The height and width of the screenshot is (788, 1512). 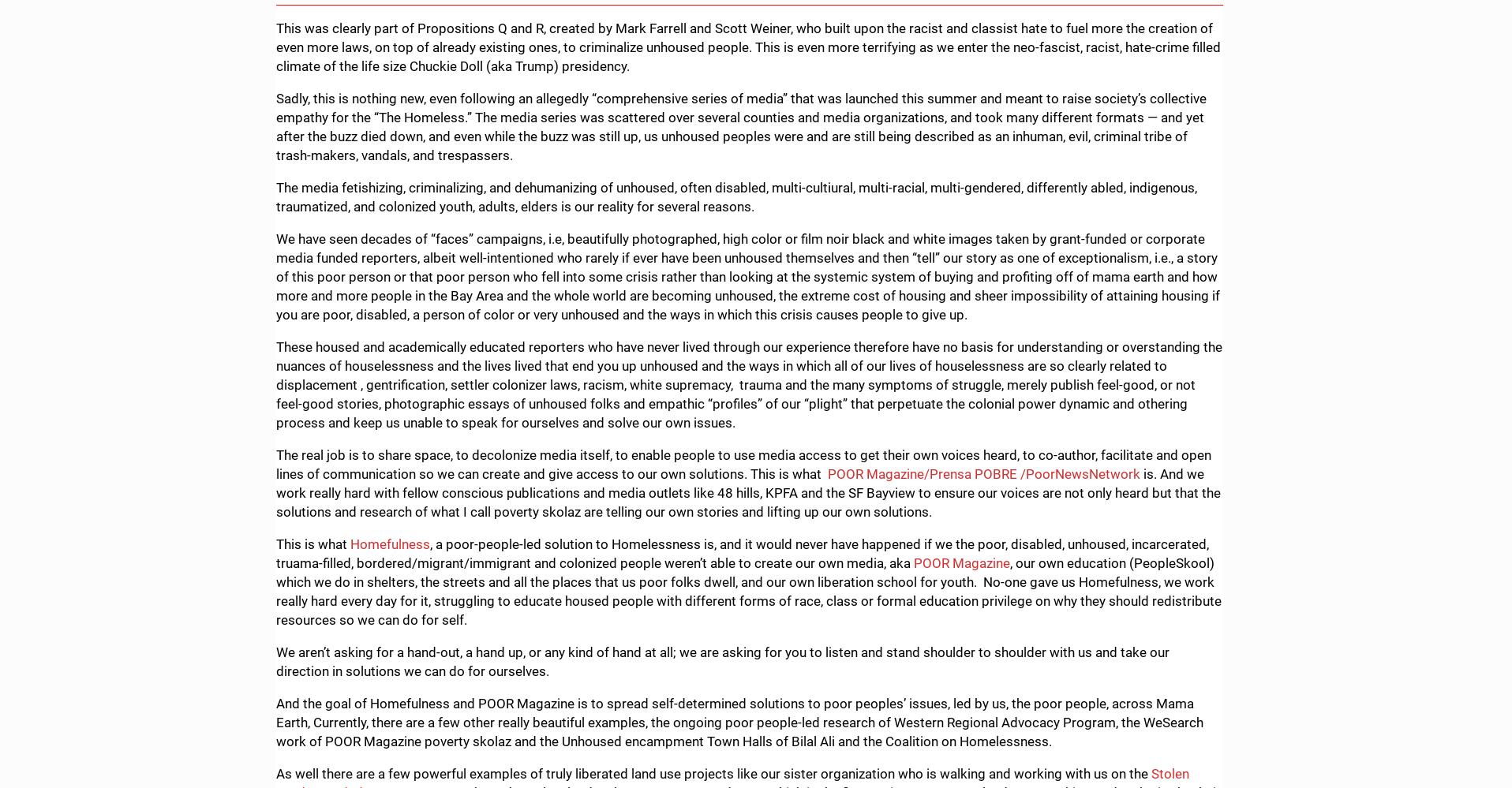 I want to click on 'is. And we work really hard with fellow conscious publications and media outlets like 48 hills, KPFA and the SF Bayview to ensure our voices are not only heard but that the solutions and research of what I call poverty skolaz are telling our own stories and lifting up our own solutions.', so click(x=748, y=491).